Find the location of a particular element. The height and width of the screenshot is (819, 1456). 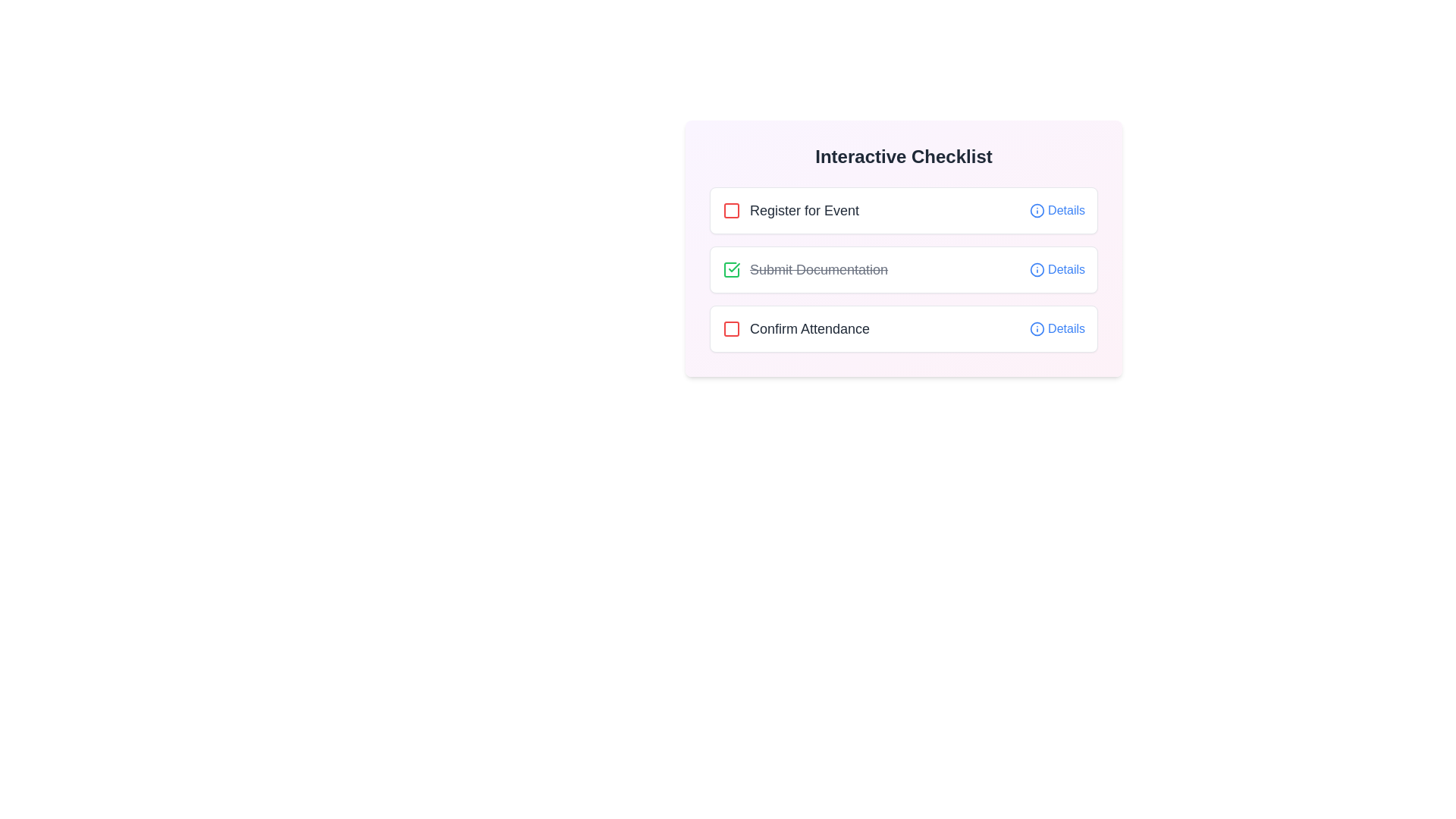

the text label indicating a completed task in the checklist for submitting documentation, which is the second item in the vertical layout is located at coordinates (805, 268).